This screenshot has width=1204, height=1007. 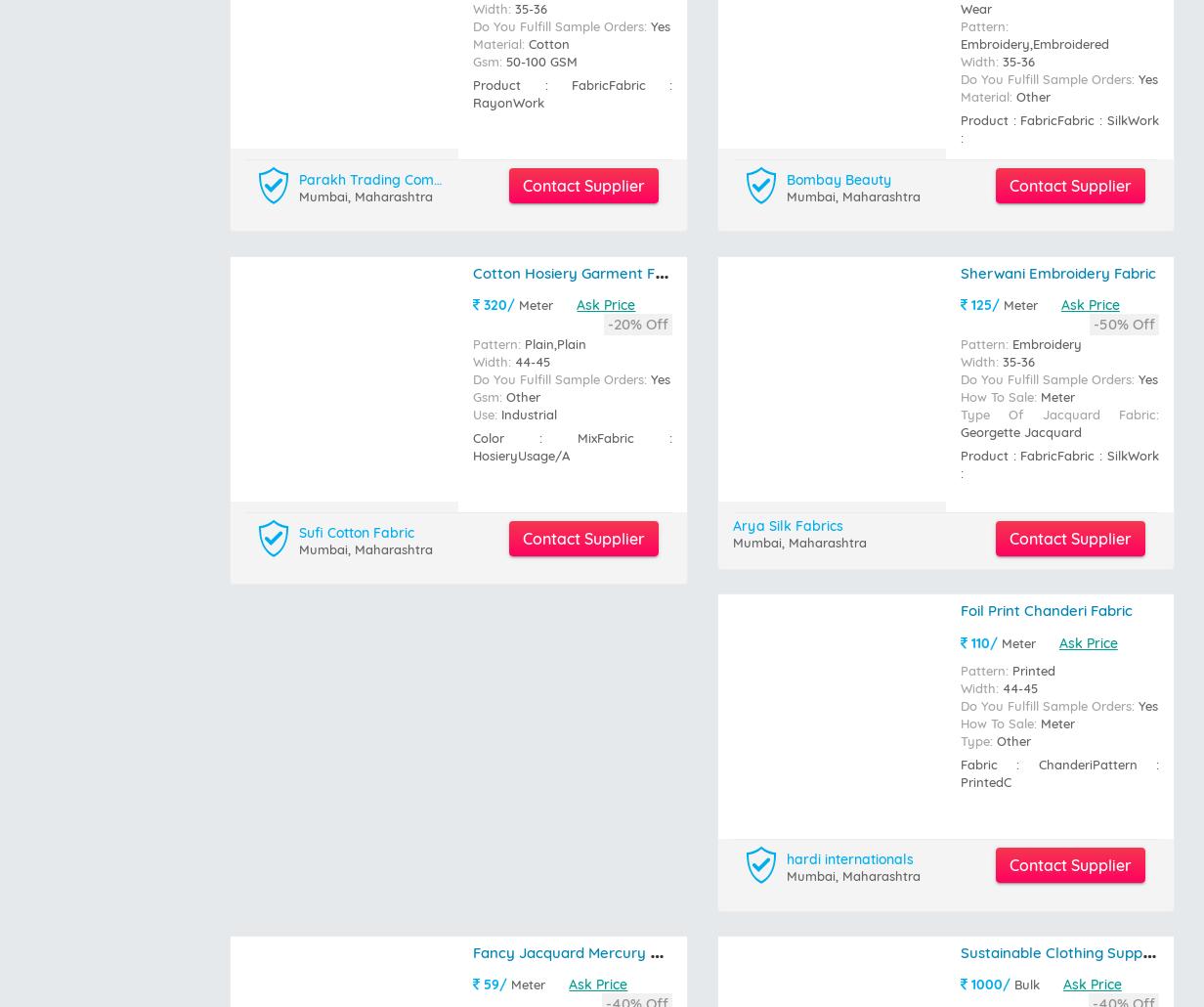 What do you see at coordinates (854, 417) in the screenshot?
I see `'Jay Mata Di Creation'` at bounding box center [854, 417].